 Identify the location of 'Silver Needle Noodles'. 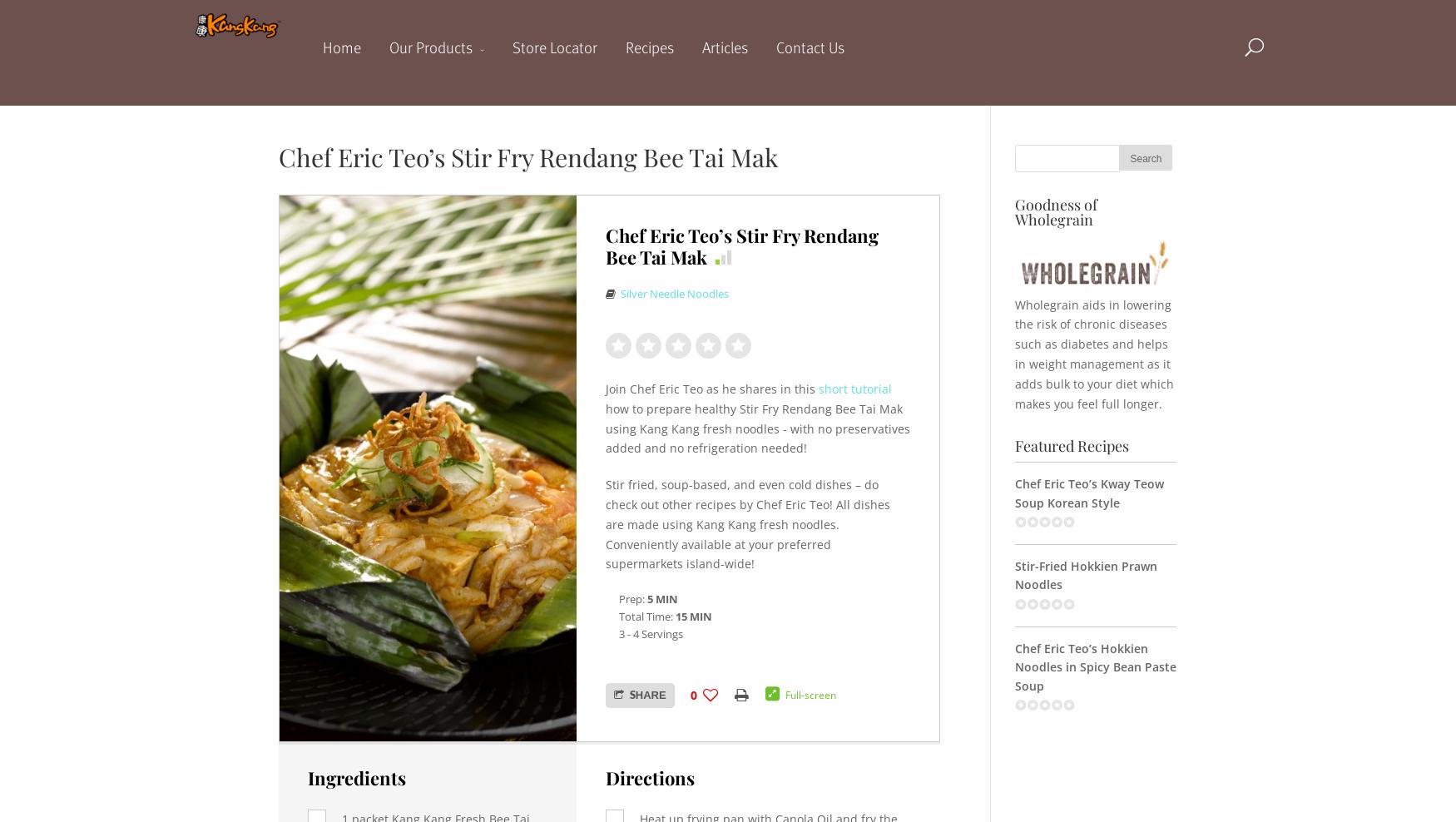
(619, 294).